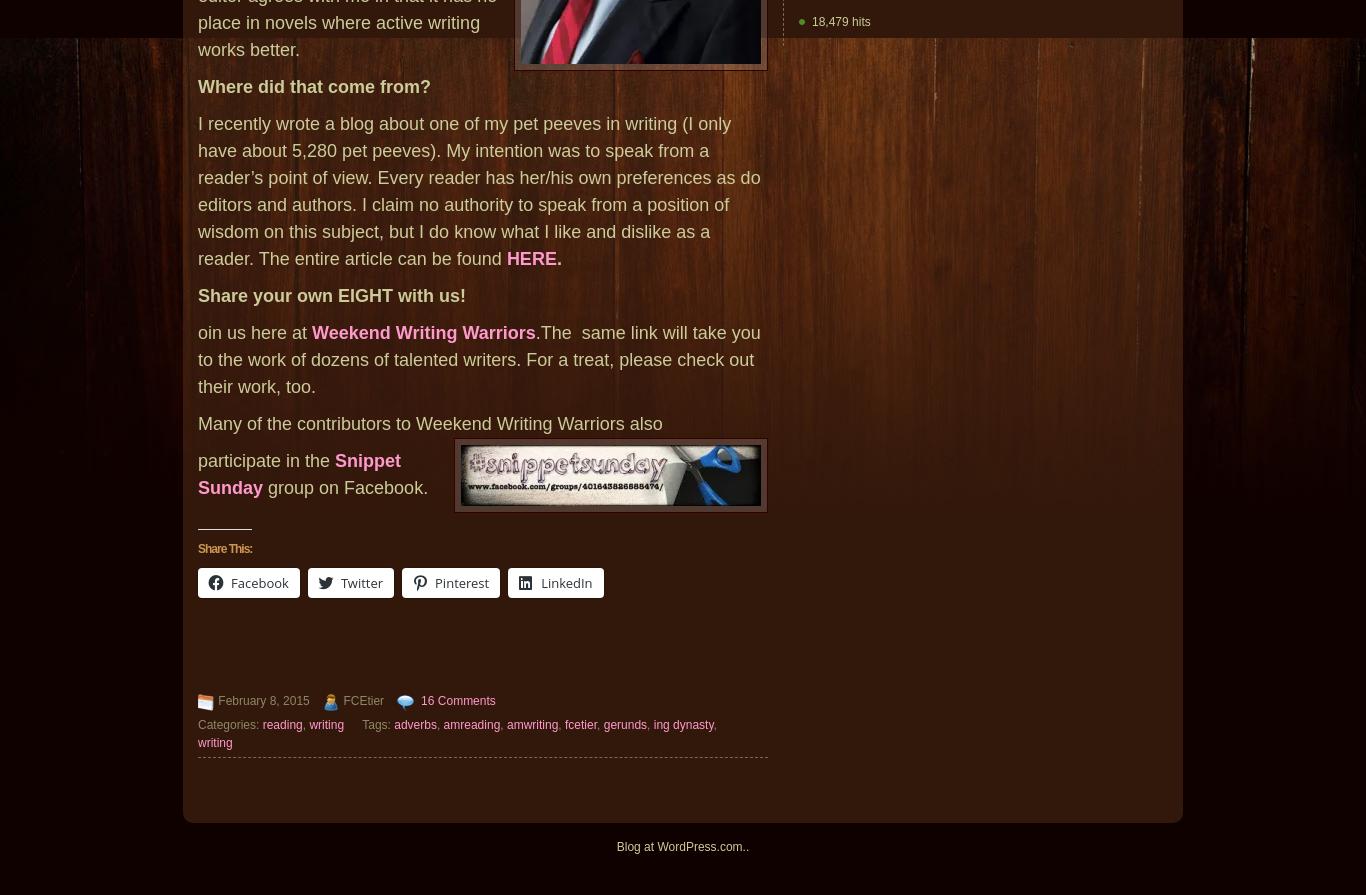 This screenshot has height=895, width=1366. Describe the element at coordinates (683, 722) in the screenshot. I see `'ing dynasty'` at that location.